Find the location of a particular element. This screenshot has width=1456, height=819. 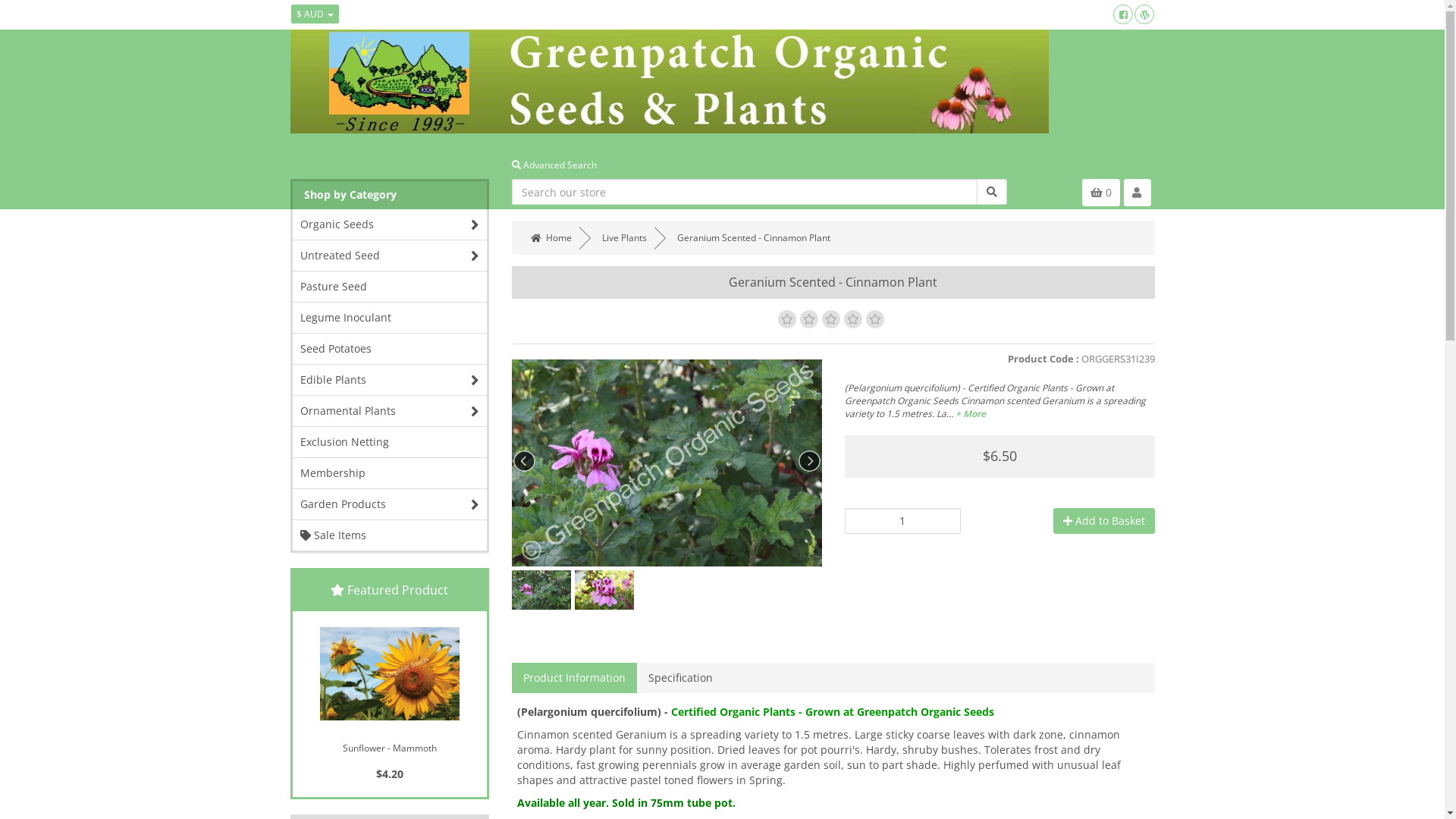

' Home' is located at coordinates (523, 237).